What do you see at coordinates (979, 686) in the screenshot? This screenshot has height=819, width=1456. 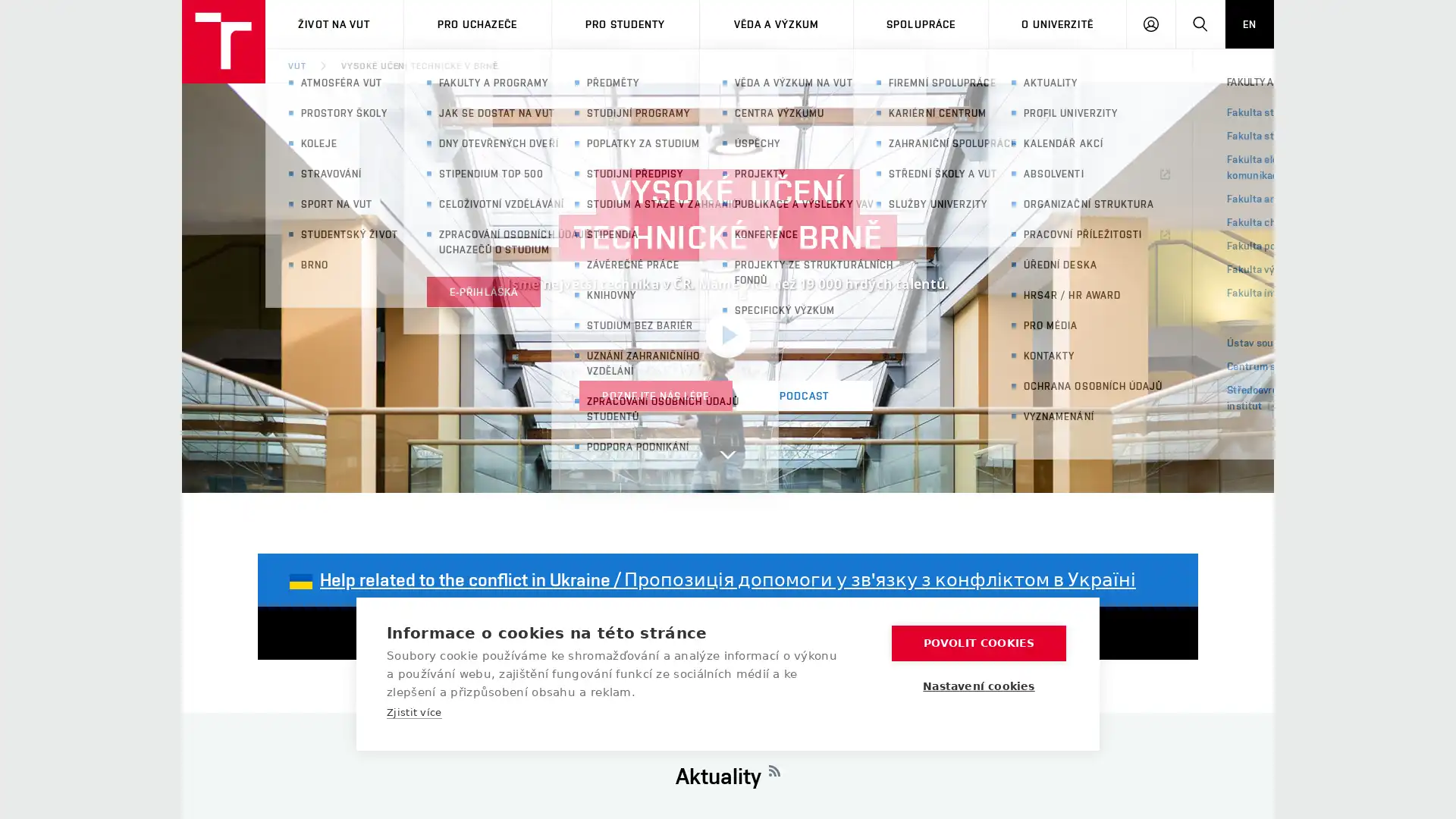 I see `Nastaveni cookies` at bounding box center [979, 686].